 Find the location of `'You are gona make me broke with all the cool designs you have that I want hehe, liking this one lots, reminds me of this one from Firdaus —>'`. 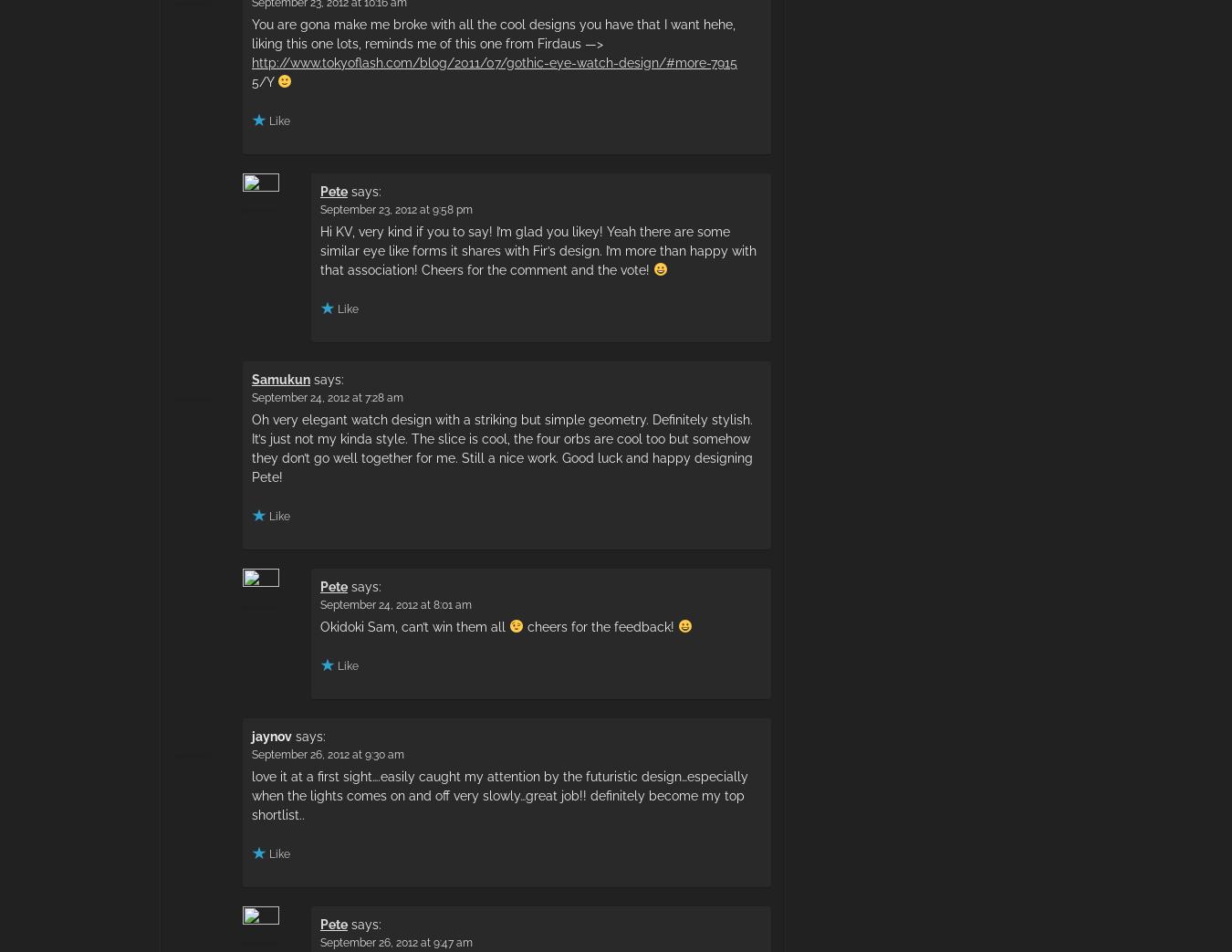

'You are gona make me broke with all the cool designs you have that I want hehe, liking this one lots, reminds me of this one from Firdaus —>' is located at coordinates (492, 32).